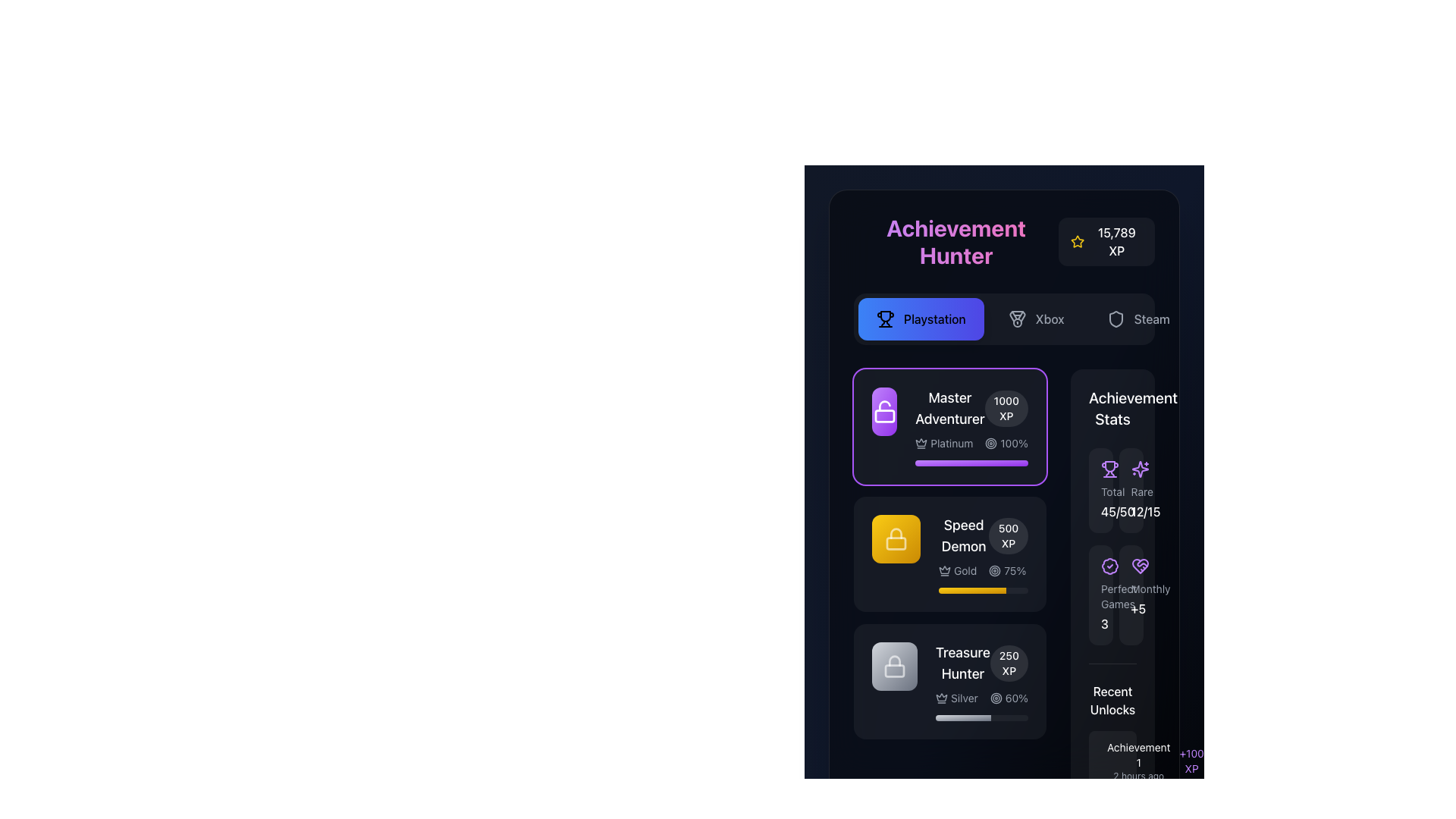  Describe the element at coordinates (1140, 566) in the screenshot. I see `the achievement icon located within the 'Monthly +5' section on the right panel, which features a rounded layout and subtle opacity effect` at that location.